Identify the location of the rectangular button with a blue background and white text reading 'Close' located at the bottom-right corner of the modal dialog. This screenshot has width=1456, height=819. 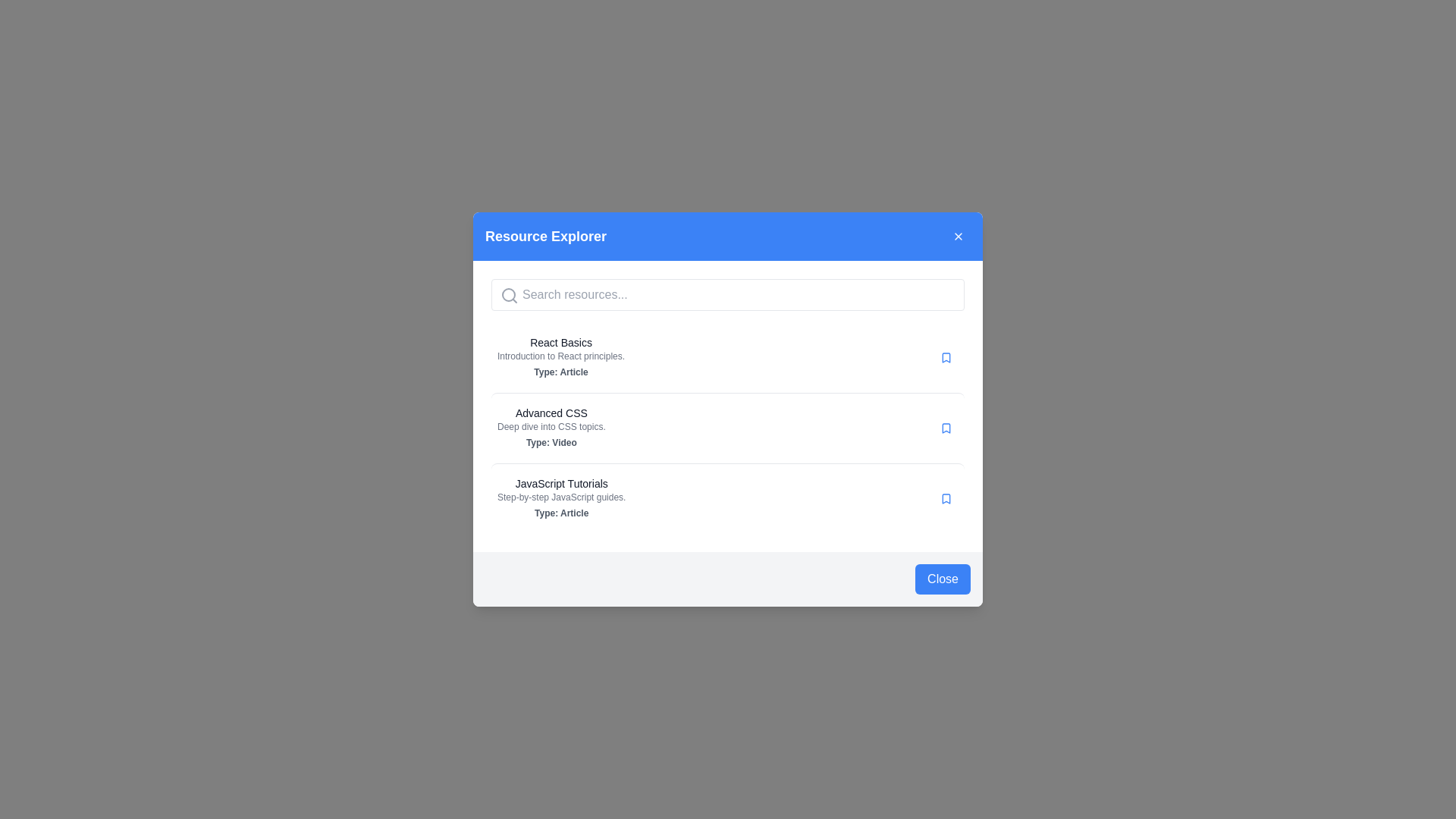
(942, 579).